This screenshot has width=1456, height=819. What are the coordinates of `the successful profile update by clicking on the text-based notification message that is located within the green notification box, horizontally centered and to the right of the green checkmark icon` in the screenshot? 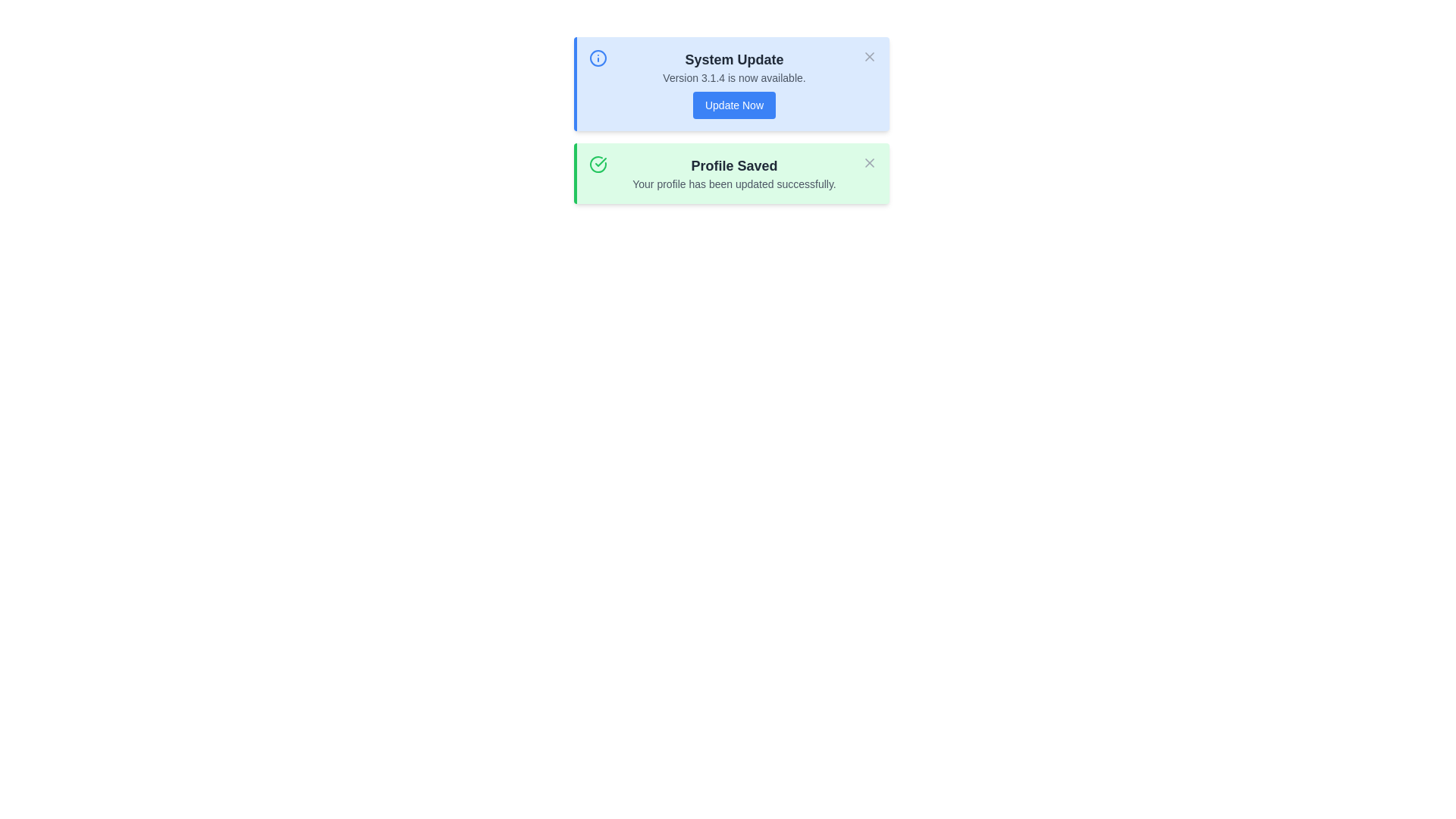 It's located at (734, 172).